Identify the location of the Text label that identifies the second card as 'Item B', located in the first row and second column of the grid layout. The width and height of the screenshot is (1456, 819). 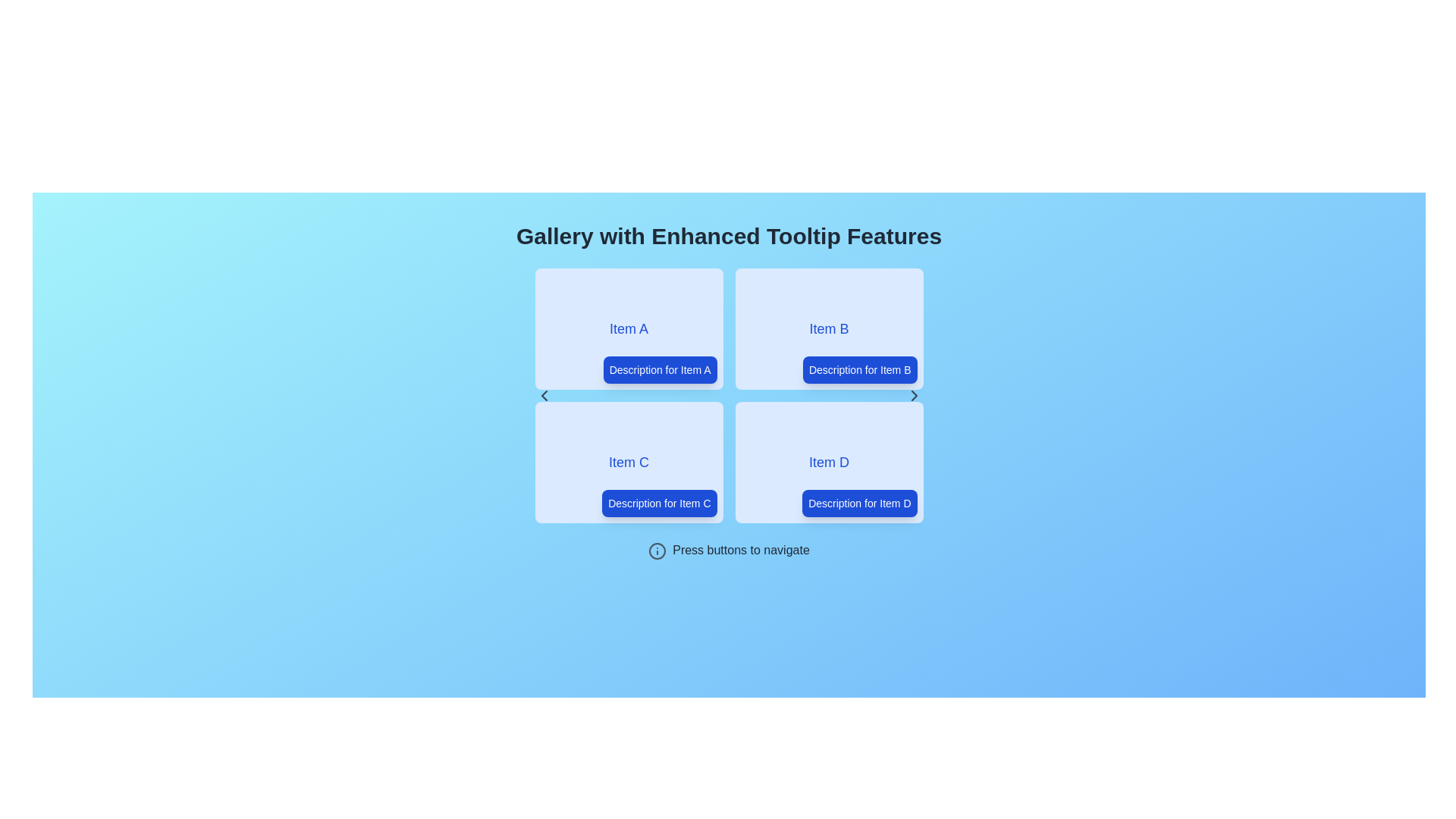
(828, 328).